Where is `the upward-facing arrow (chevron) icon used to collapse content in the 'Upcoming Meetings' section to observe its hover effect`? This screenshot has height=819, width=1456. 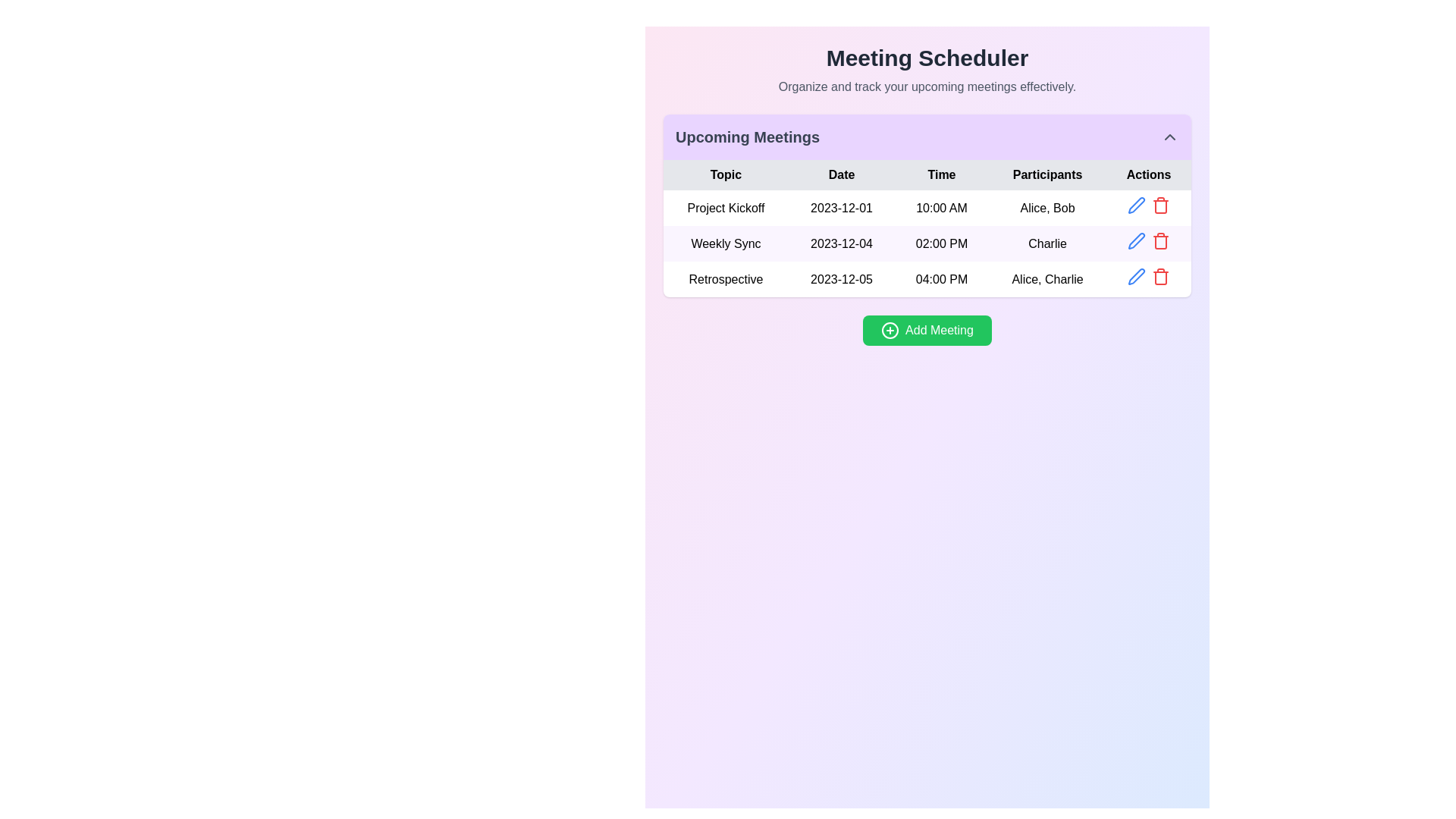 the upward-facing arrow (chevron) icon used to collapse content in the 'Upcoming Meetings' section to observe its hover effect is located at coordinates (1169, 137).